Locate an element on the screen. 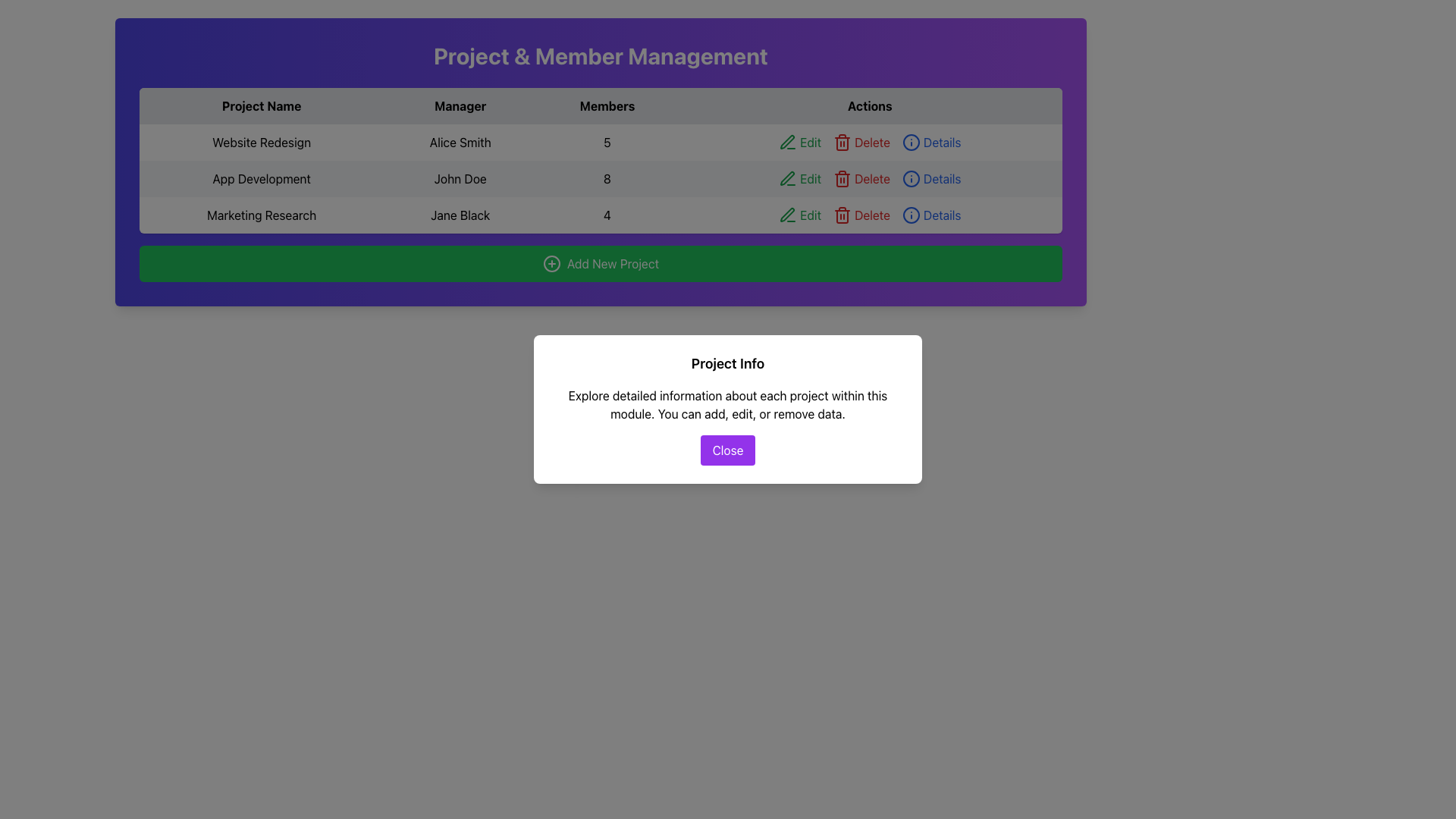 This screenshot has height=819, width=1456. the icon on the left side of the green button labeled 'Add New Project' is located at coordinates (551, 262).